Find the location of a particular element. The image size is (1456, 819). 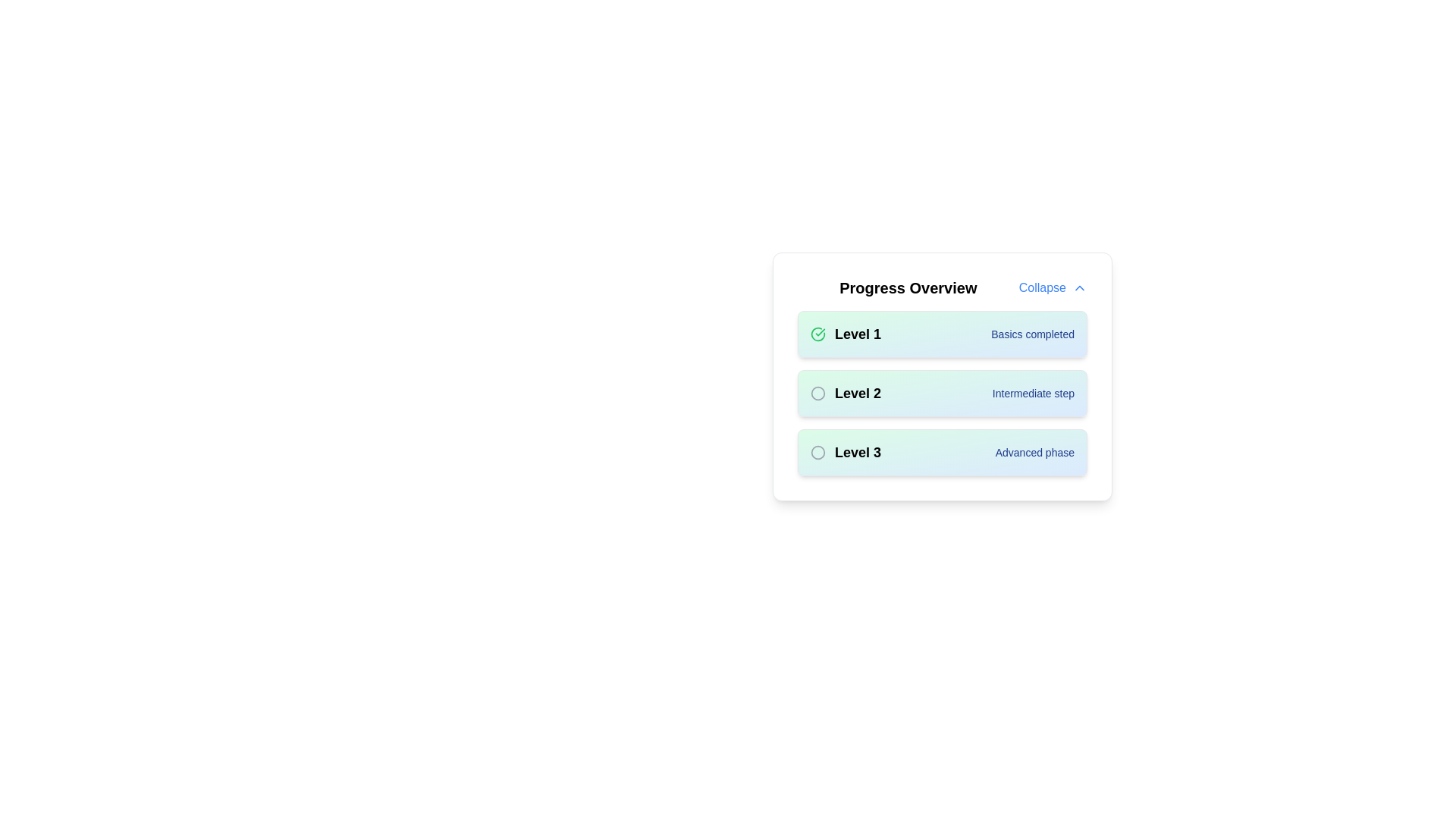

the gray circular icon with a hollow center located in the row labeled 'Level 2' and 'Intermediate step' is located at coordinates (817, 393).